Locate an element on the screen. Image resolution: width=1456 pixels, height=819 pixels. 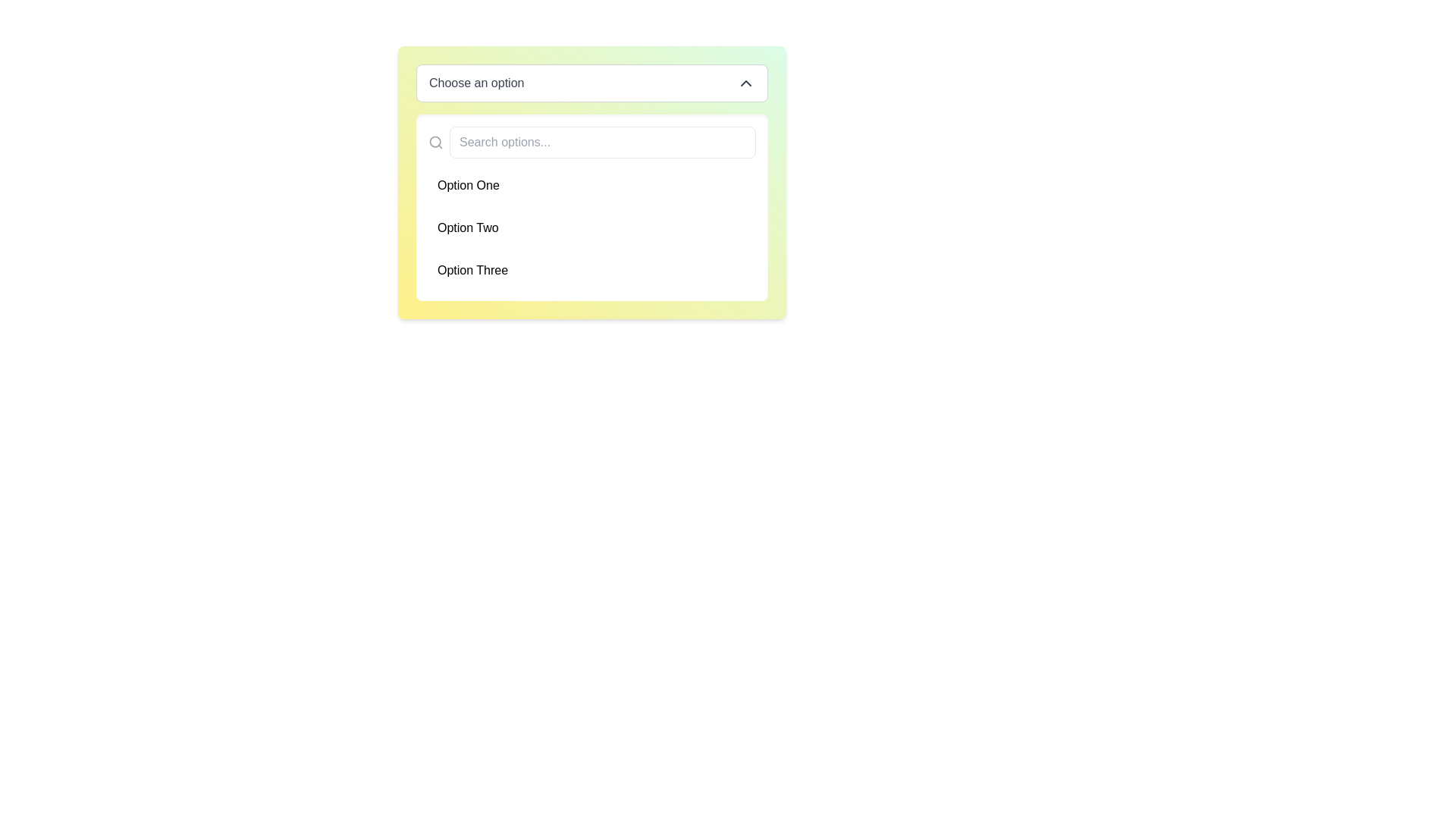
the second selectable option in the vertically stacked list labeled 'Option Two' is located at coordinates (591, 227).